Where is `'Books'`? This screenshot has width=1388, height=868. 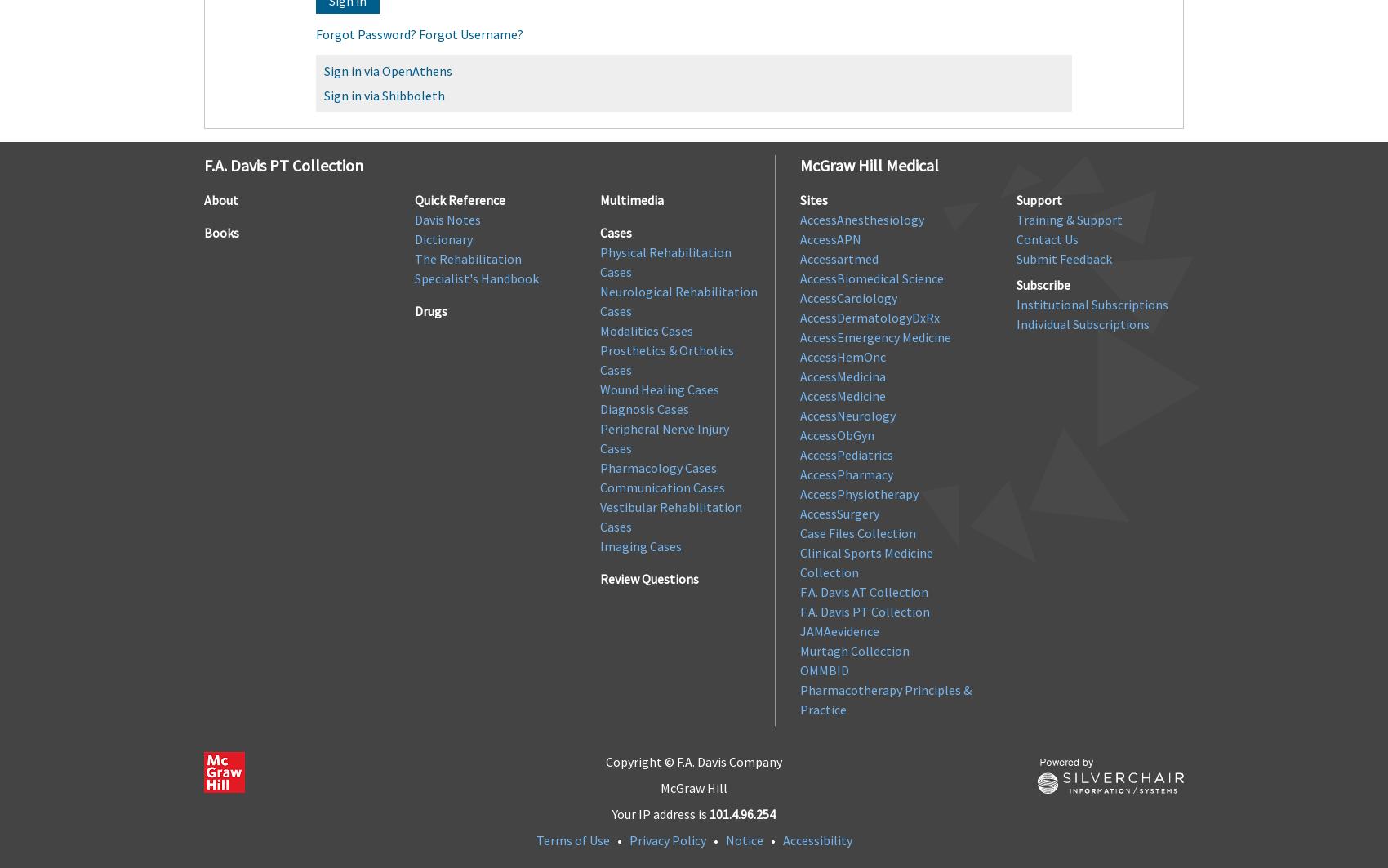
'Books' is located at coordinates (221, 232).